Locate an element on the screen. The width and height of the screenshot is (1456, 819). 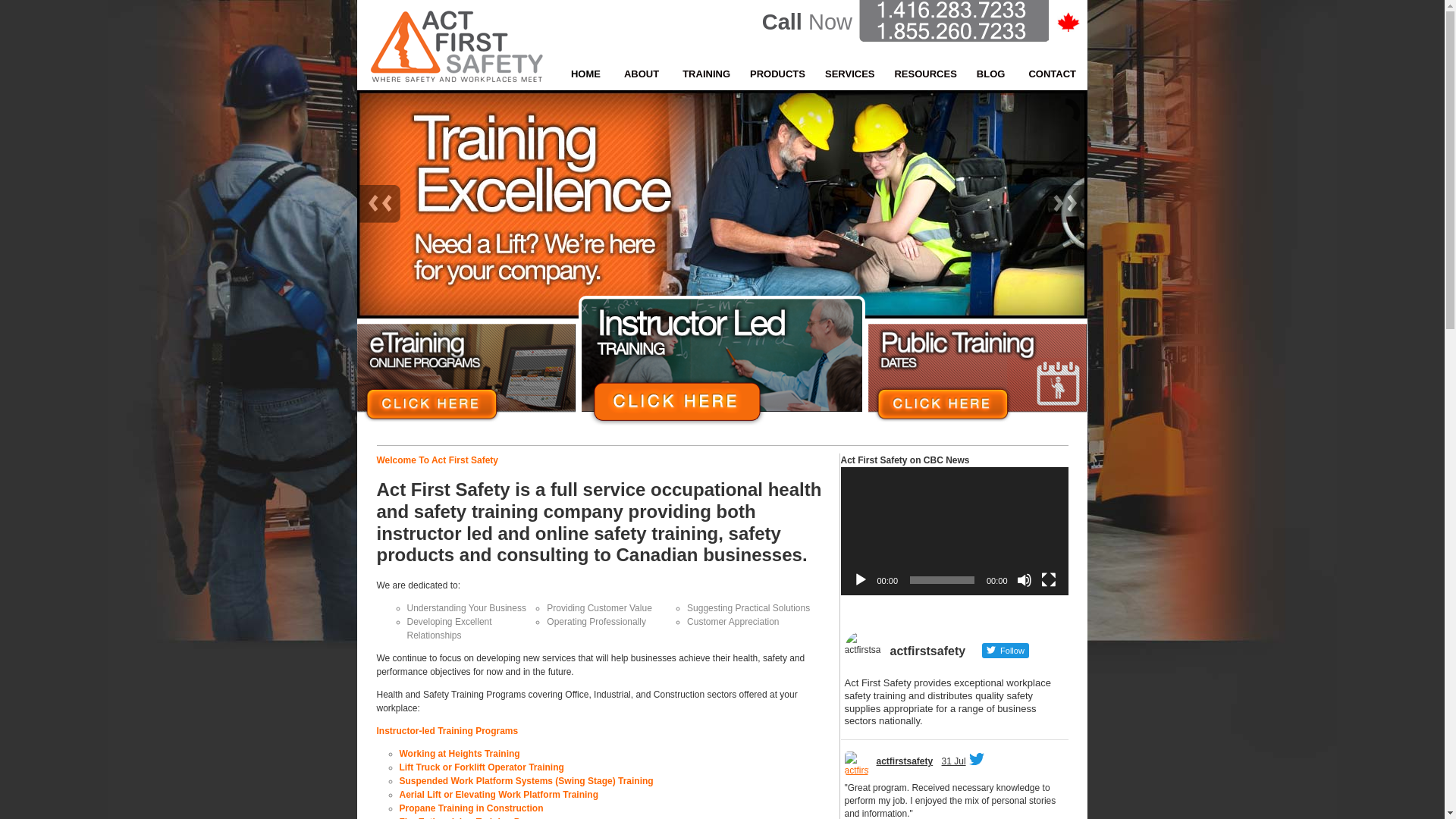
'HOME' is located at coordinates (585, 74).